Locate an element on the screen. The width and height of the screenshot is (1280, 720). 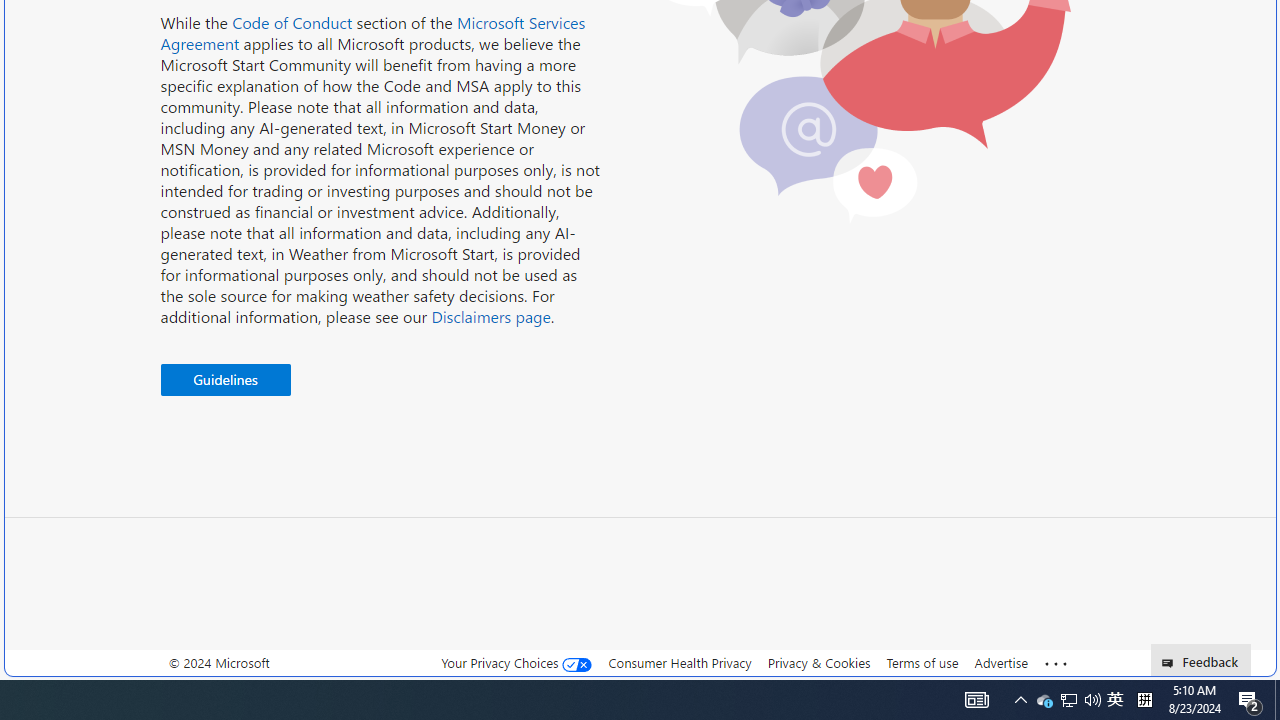
'Terms of use' is located at coordinates (921, 662).